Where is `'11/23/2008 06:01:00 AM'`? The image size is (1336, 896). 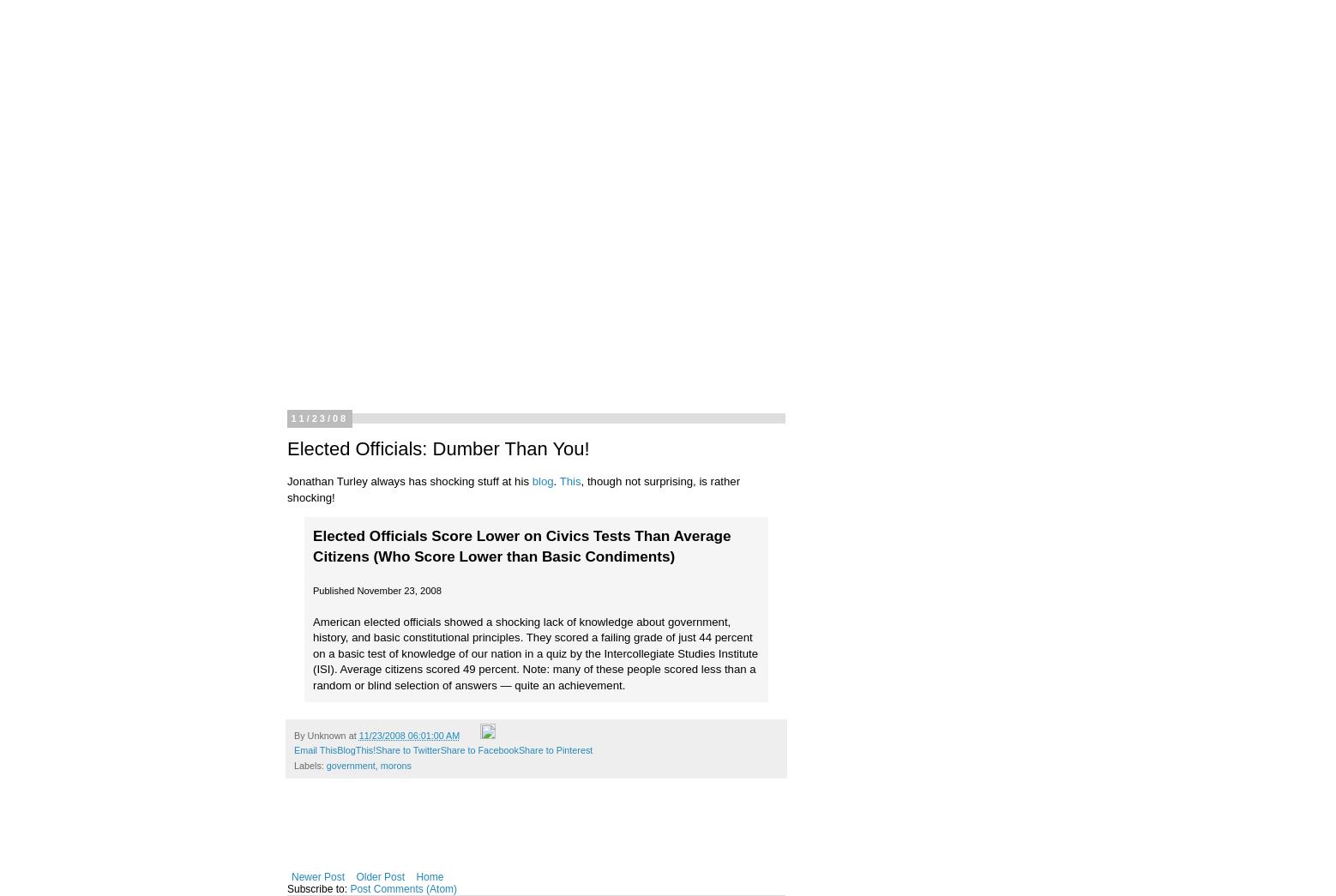
'11/23/2008 06:01:00 AM' is located at coordinates (358, 735).